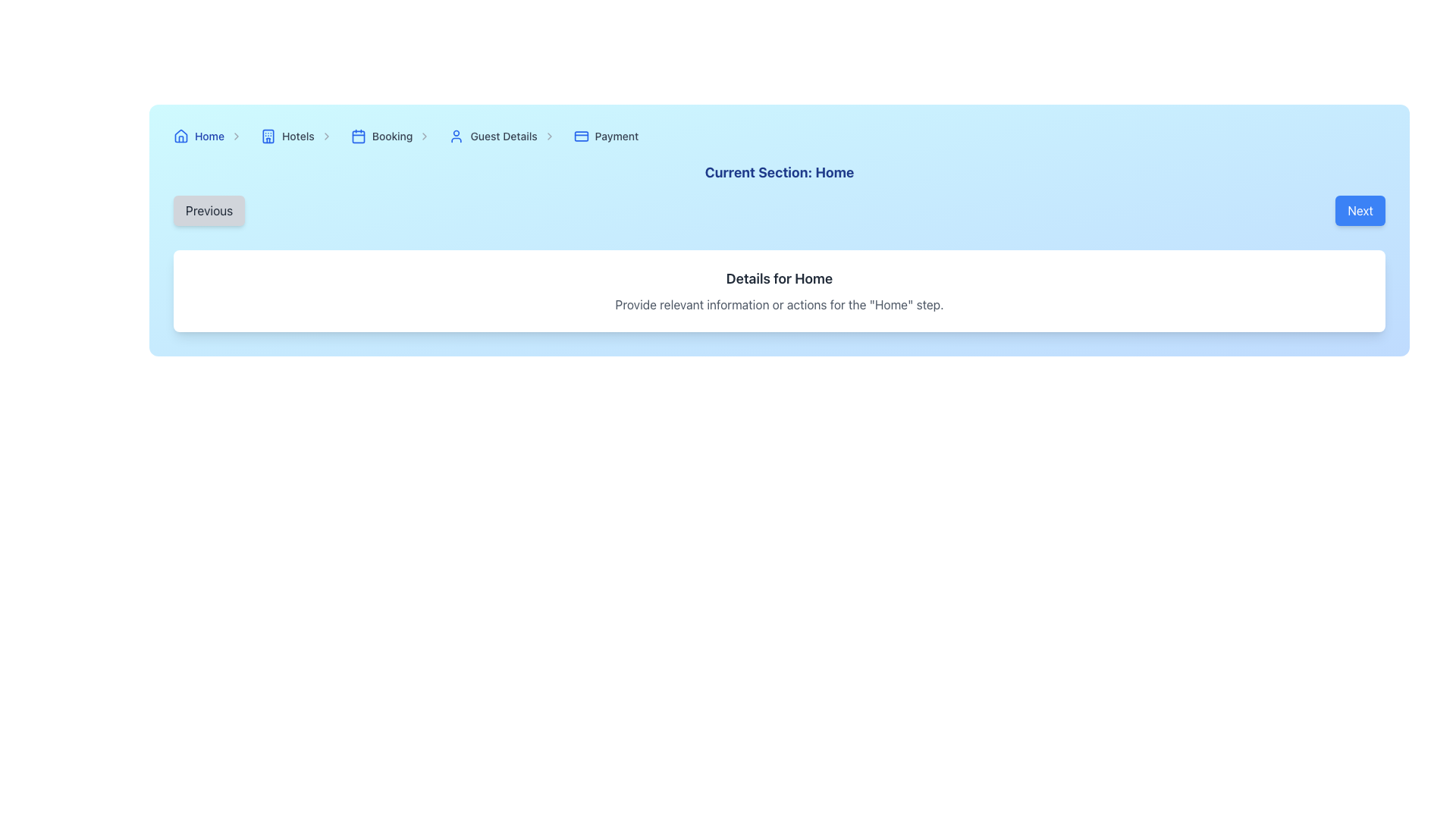 Image resolution: width=1456 pixels, height=819 pixels. I want to click on the 'Booking' link in the breadcrumb navigation, so click(392, 136).